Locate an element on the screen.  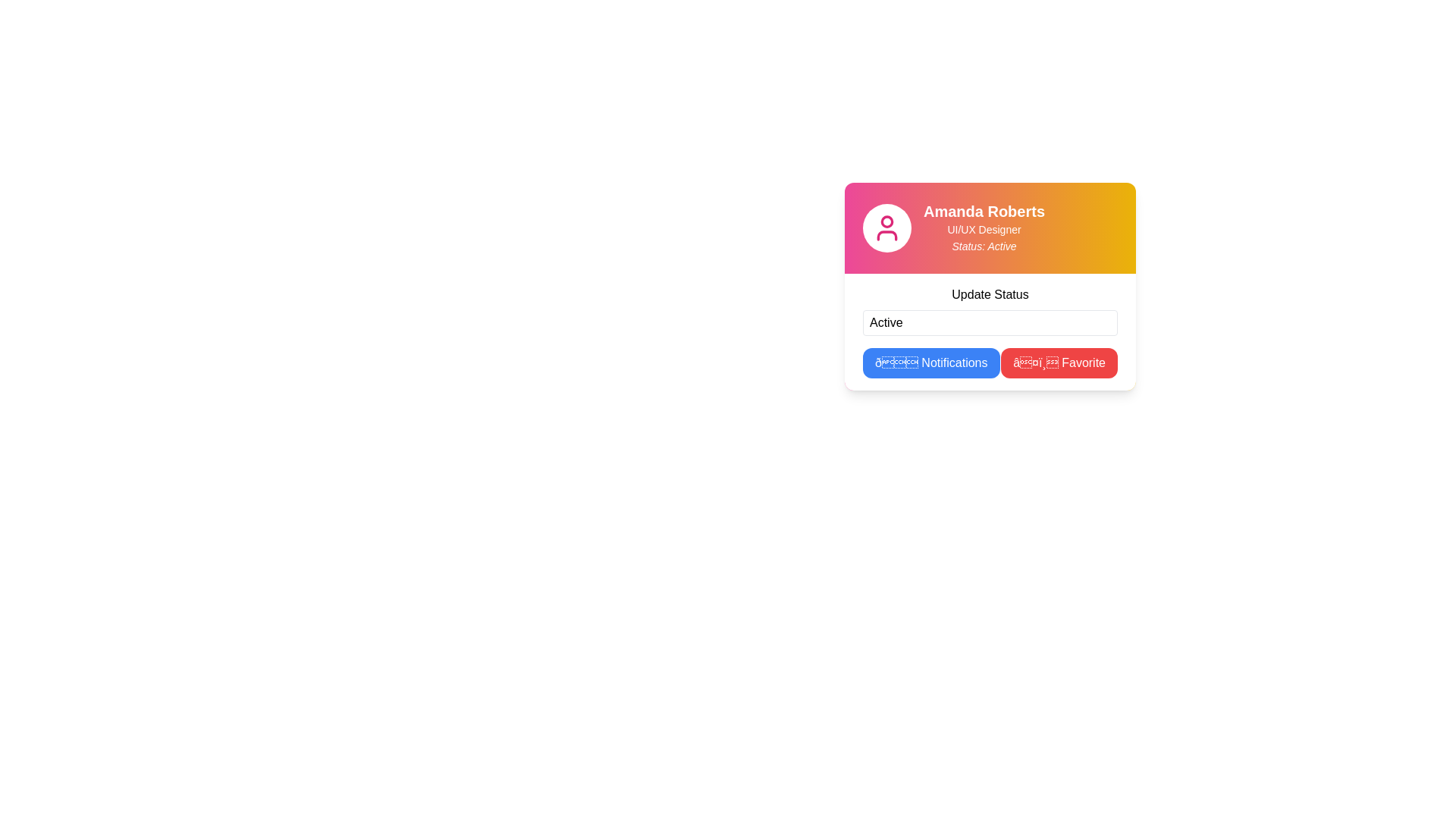
the static text label that displays 'Status: Active', which is positioned beneath the 'UI/UX Designer' text in the personal profile card is located at coordinates (984, 245).